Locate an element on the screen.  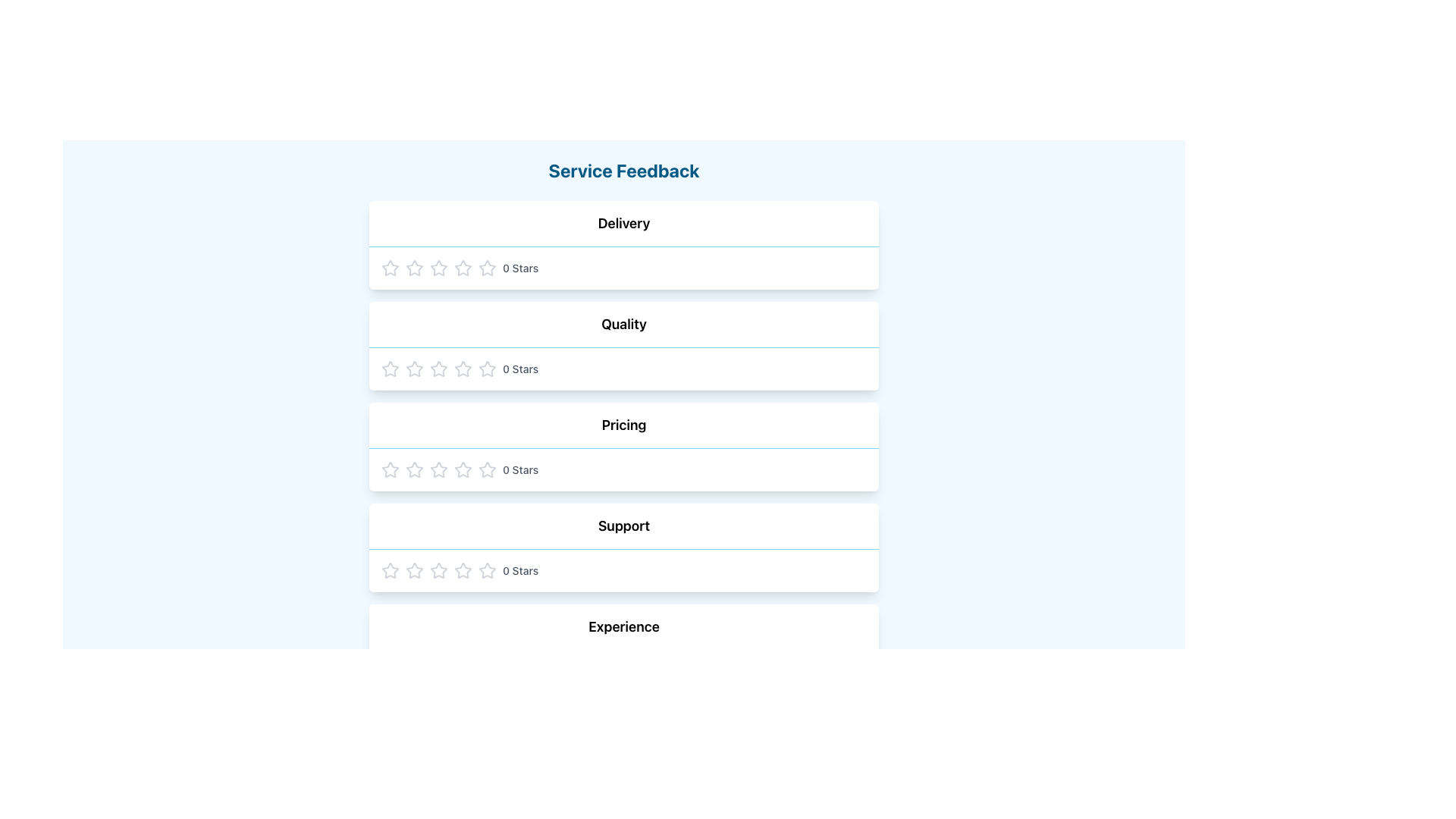
the static text label displaying '0 Stars' which is styled with a small font size and medium weight, located in the 'Delivery' section of the feedback form, positioned to the right of the star-shaped rating icons is located at coordinates (520, 268).